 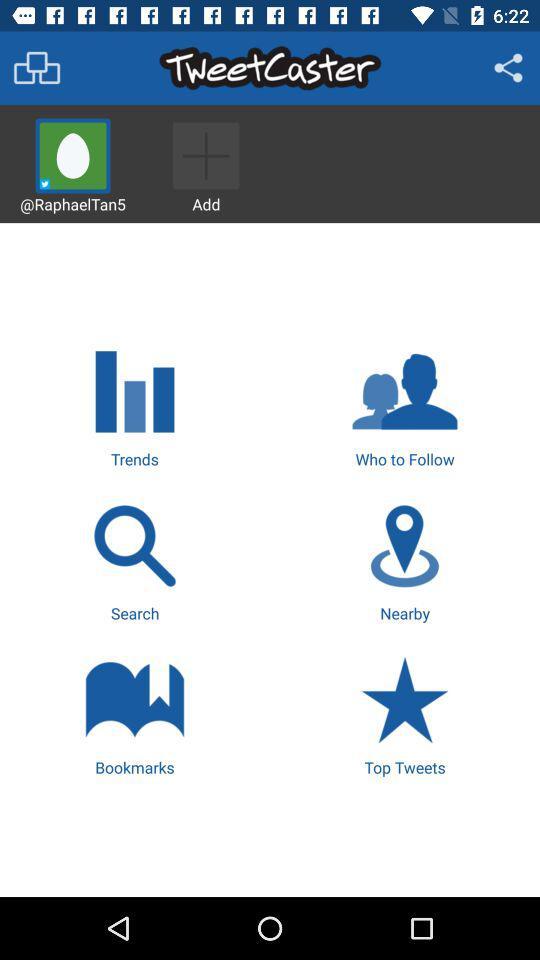 I want to click on item next to the search icon, so click(x=405, y=560).